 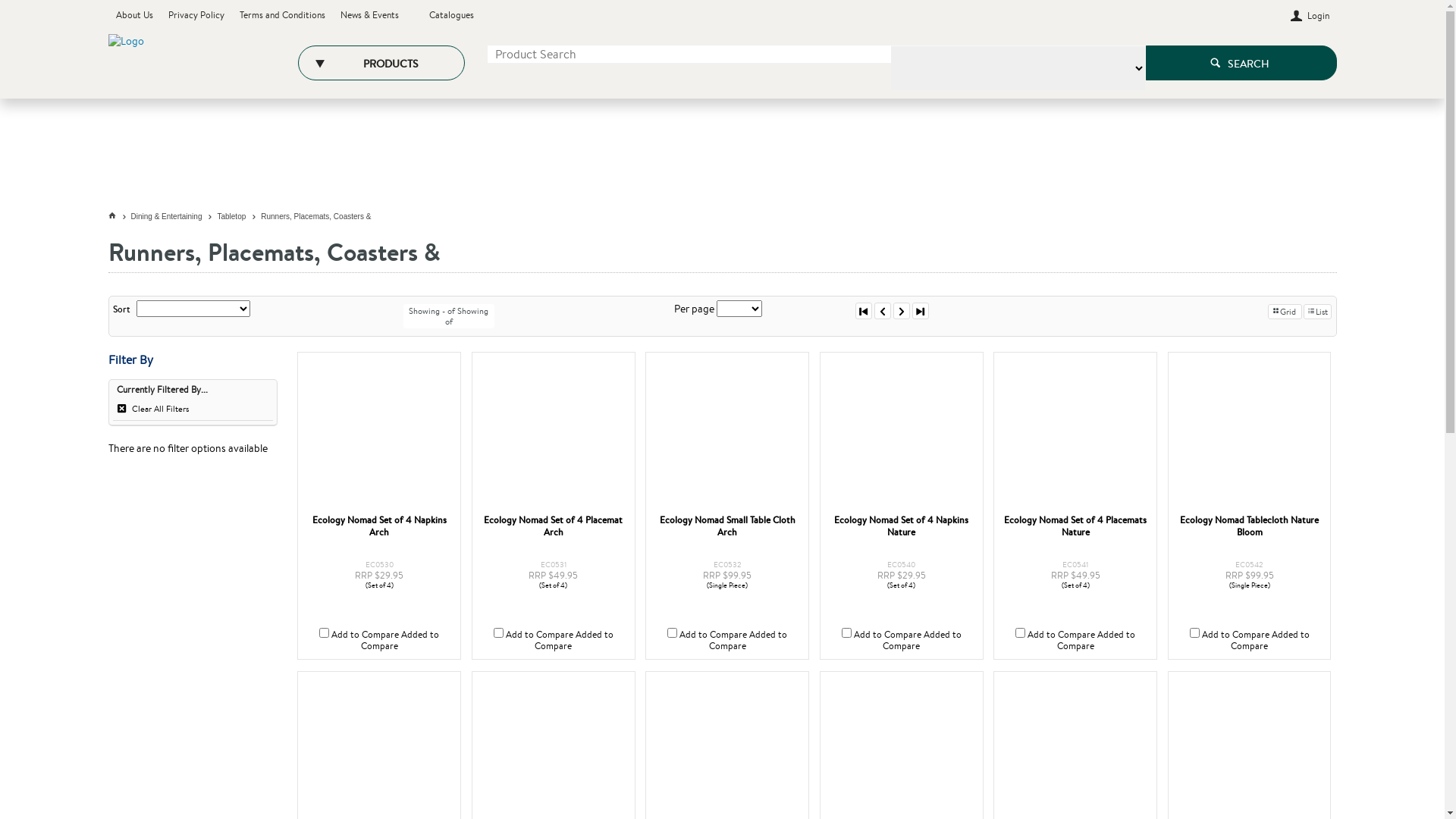 I want to click on 'Catalogues', so click(x=450, y=14).